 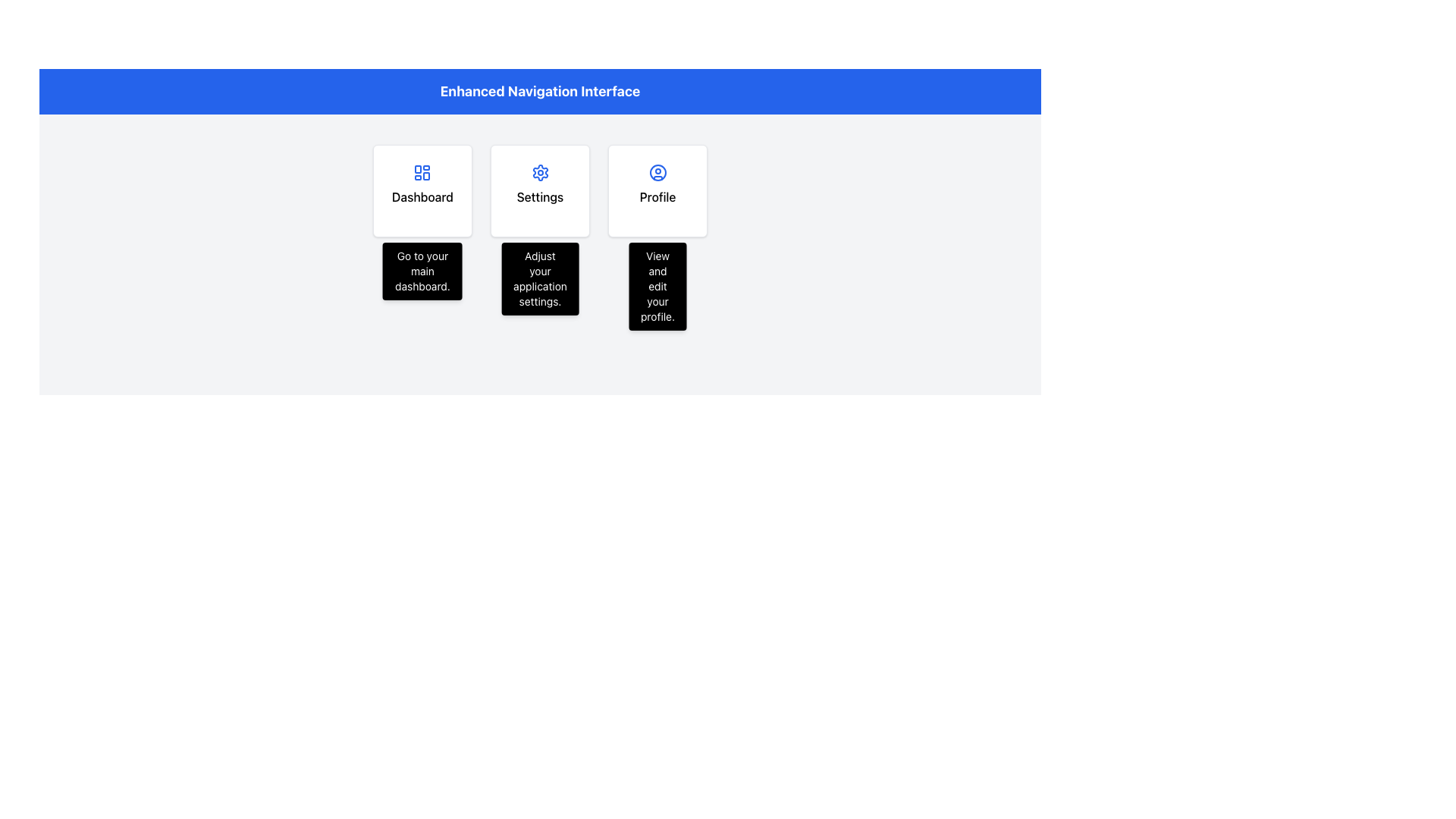 What do you see at coordinates (540, 190) in the screenshot?
I see `the 'Settings' button, which features a blue gear icon and is located centrally between 'Dashboard' and 'Profile' under the blue header bar labeled 'Enhanced Navigation Interface'` at bounding box center [540, 190].